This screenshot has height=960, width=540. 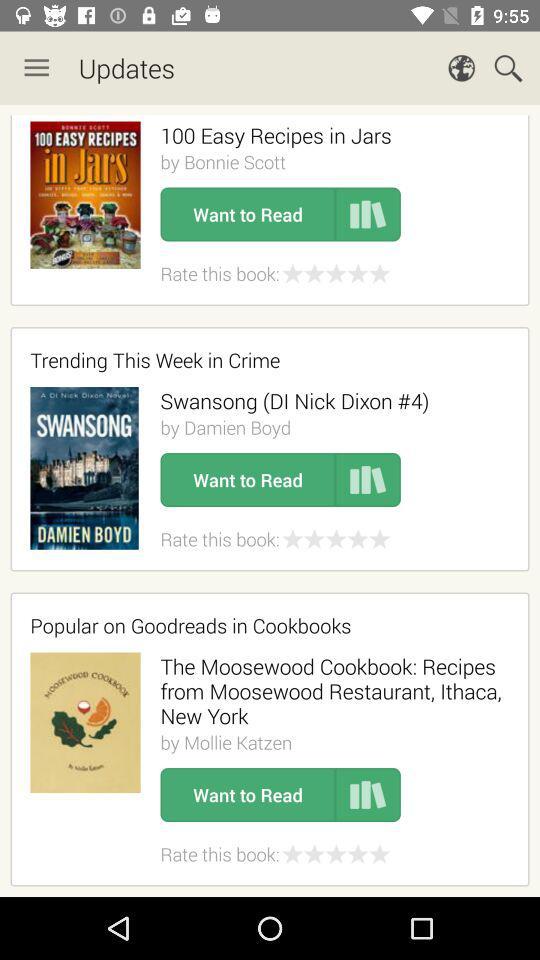 What do you see at coordinates (293, 400) in the screenshot?
I see `icon below trending this week icon` at bounding box center [293, 400].